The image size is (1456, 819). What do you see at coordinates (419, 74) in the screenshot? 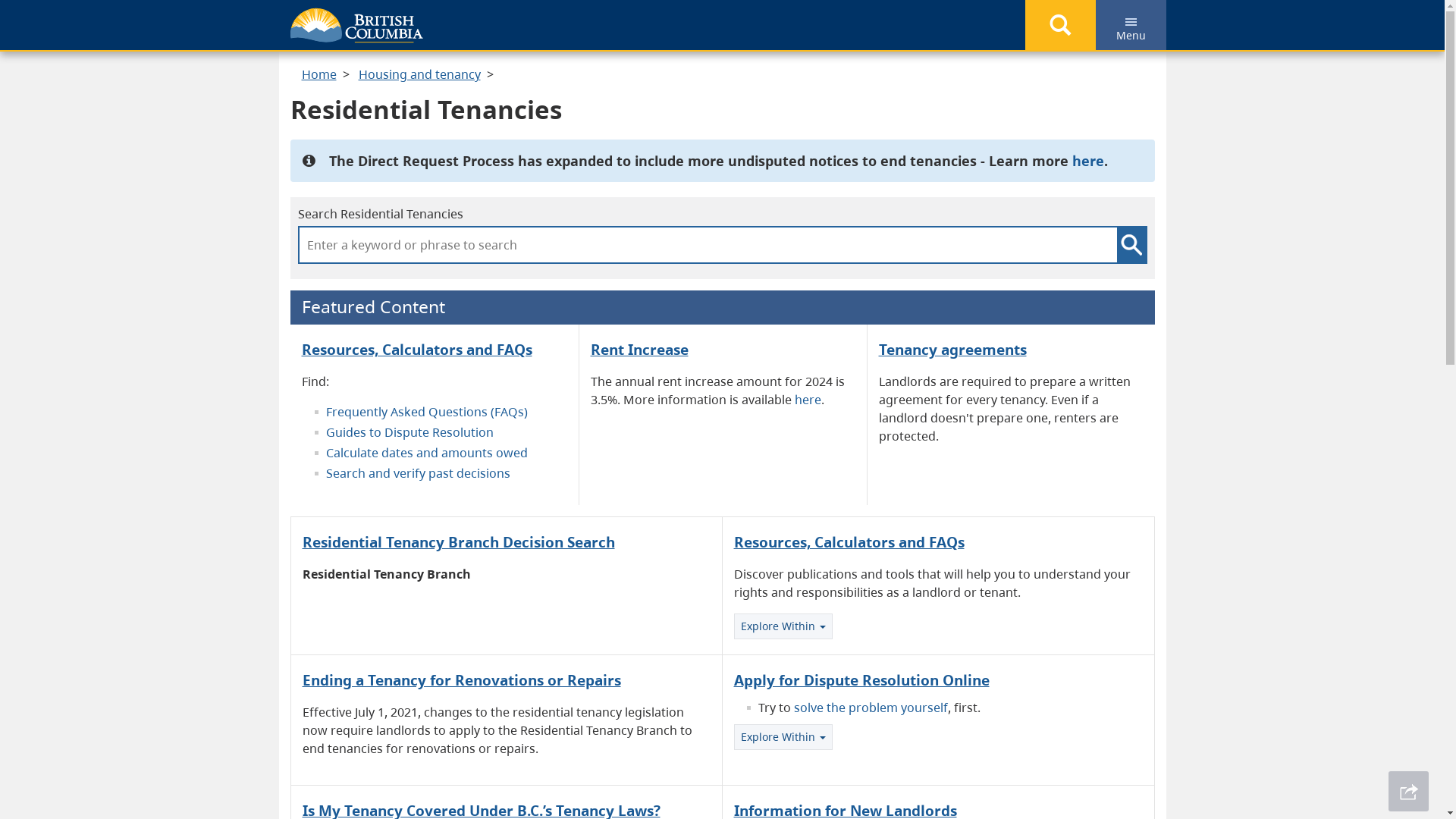
I see `'Housing and tenancy'` at bounding box center [419, 74].